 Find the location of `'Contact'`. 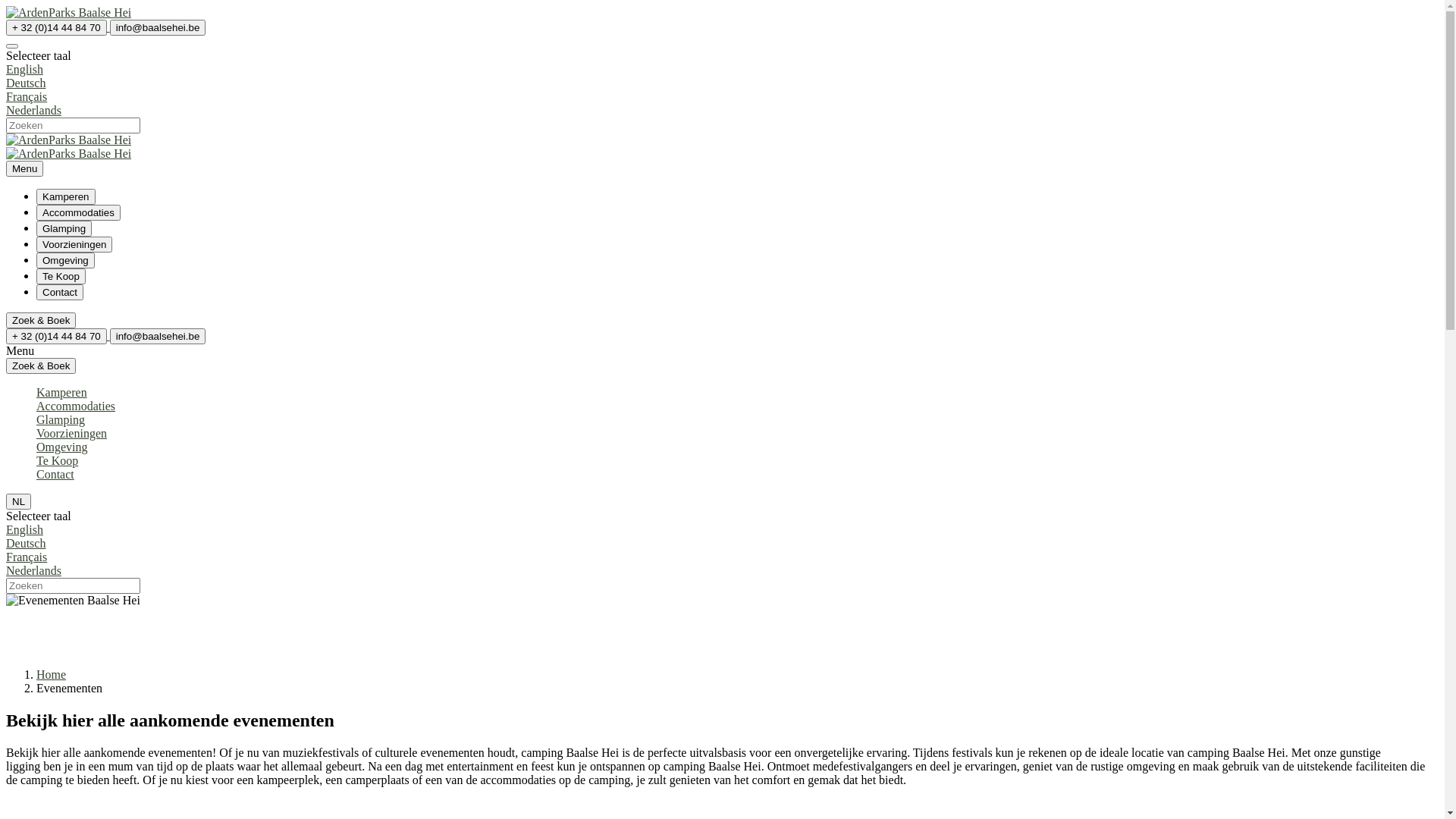

'Contact' is located at coordinates (59, 291).